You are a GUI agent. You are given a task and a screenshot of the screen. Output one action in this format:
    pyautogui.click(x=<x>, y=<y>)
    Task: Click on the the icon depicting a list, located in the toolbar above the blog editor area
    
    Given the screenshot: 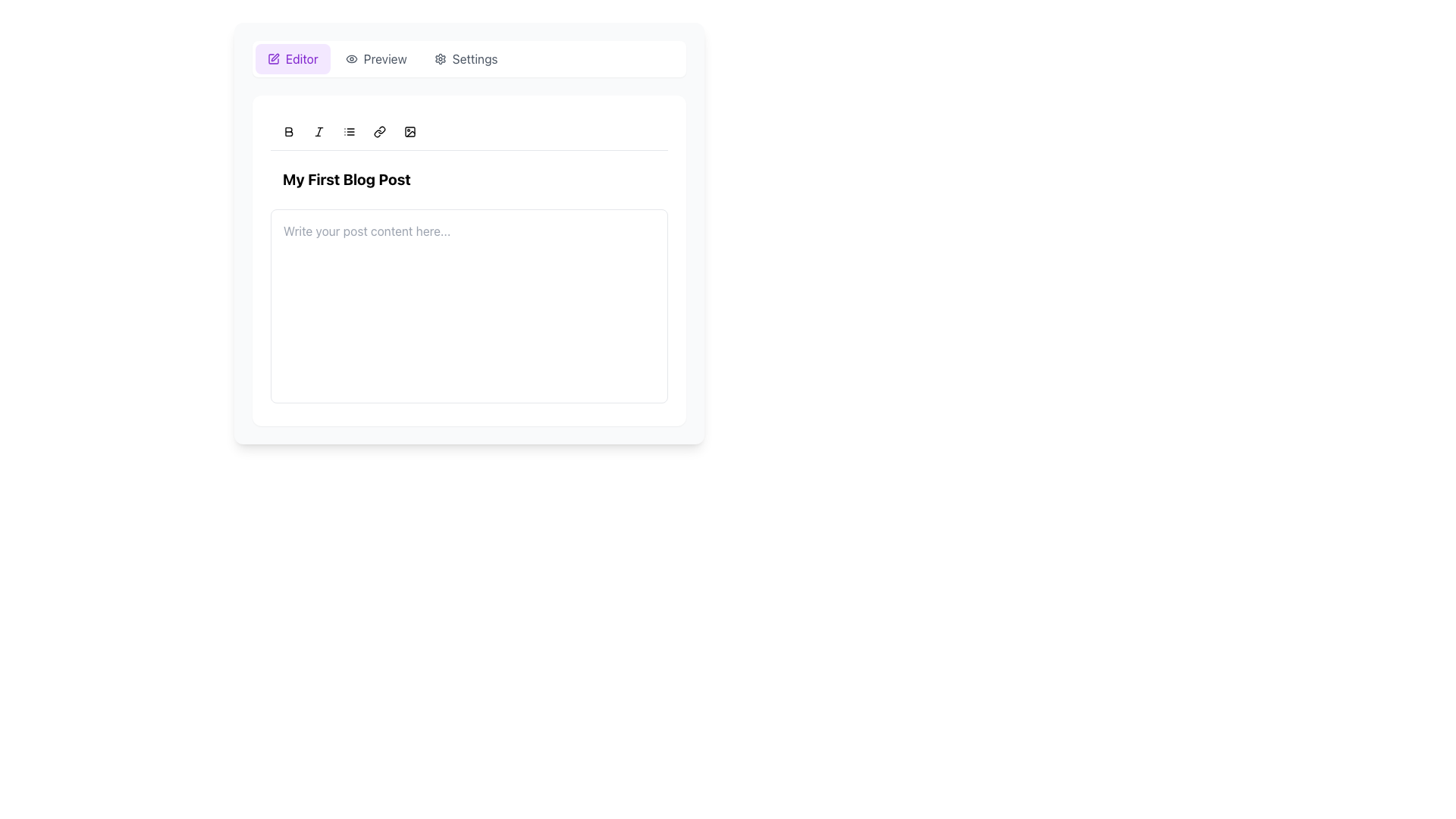 What is the action you would take?
    pyautogui.click(x=348, y=130)
    